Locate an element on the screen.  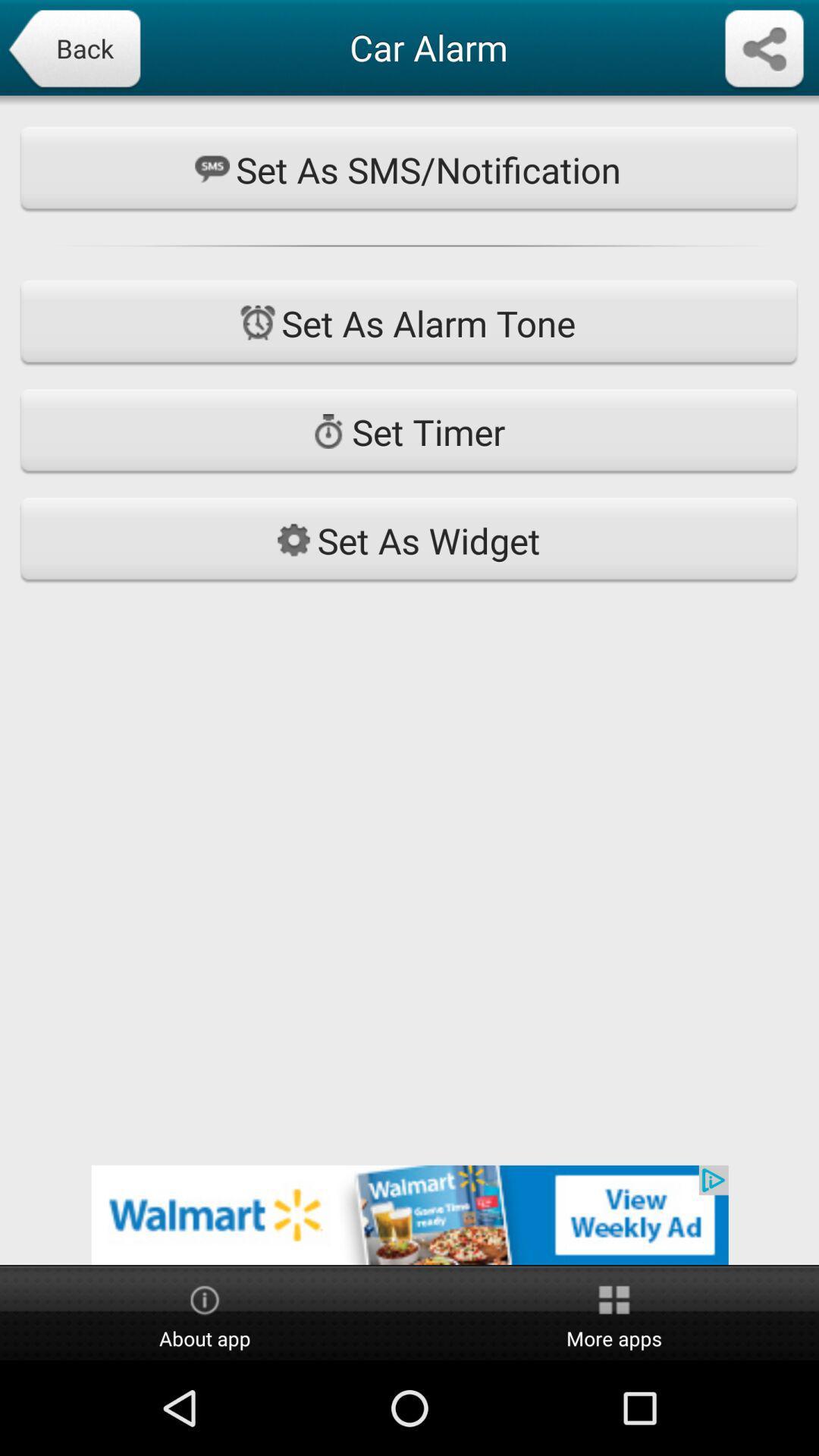
share app data is located at coordinates (764, 50).